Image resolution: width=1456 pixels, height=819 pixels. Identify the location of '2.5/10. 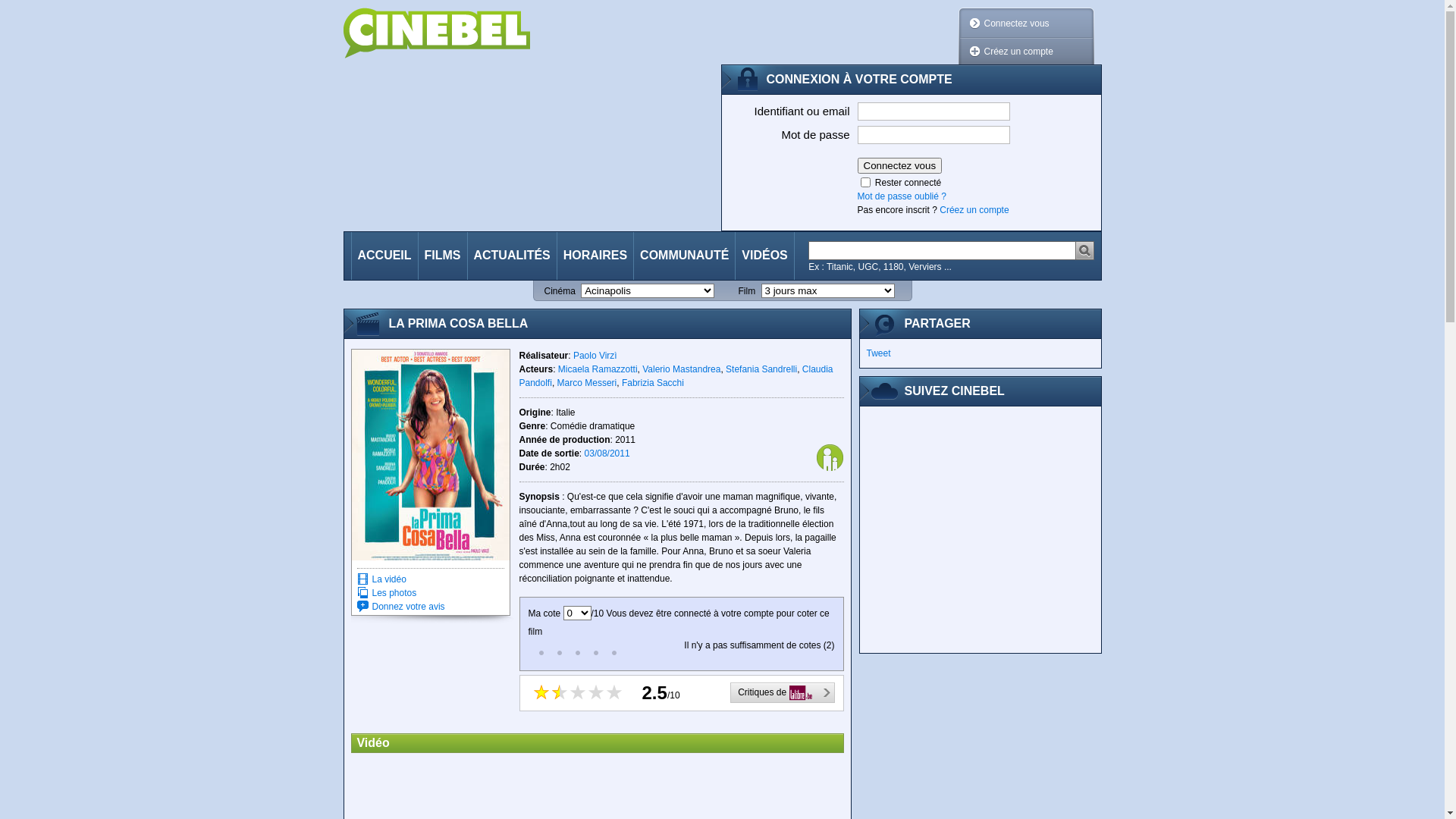
(679, 693).